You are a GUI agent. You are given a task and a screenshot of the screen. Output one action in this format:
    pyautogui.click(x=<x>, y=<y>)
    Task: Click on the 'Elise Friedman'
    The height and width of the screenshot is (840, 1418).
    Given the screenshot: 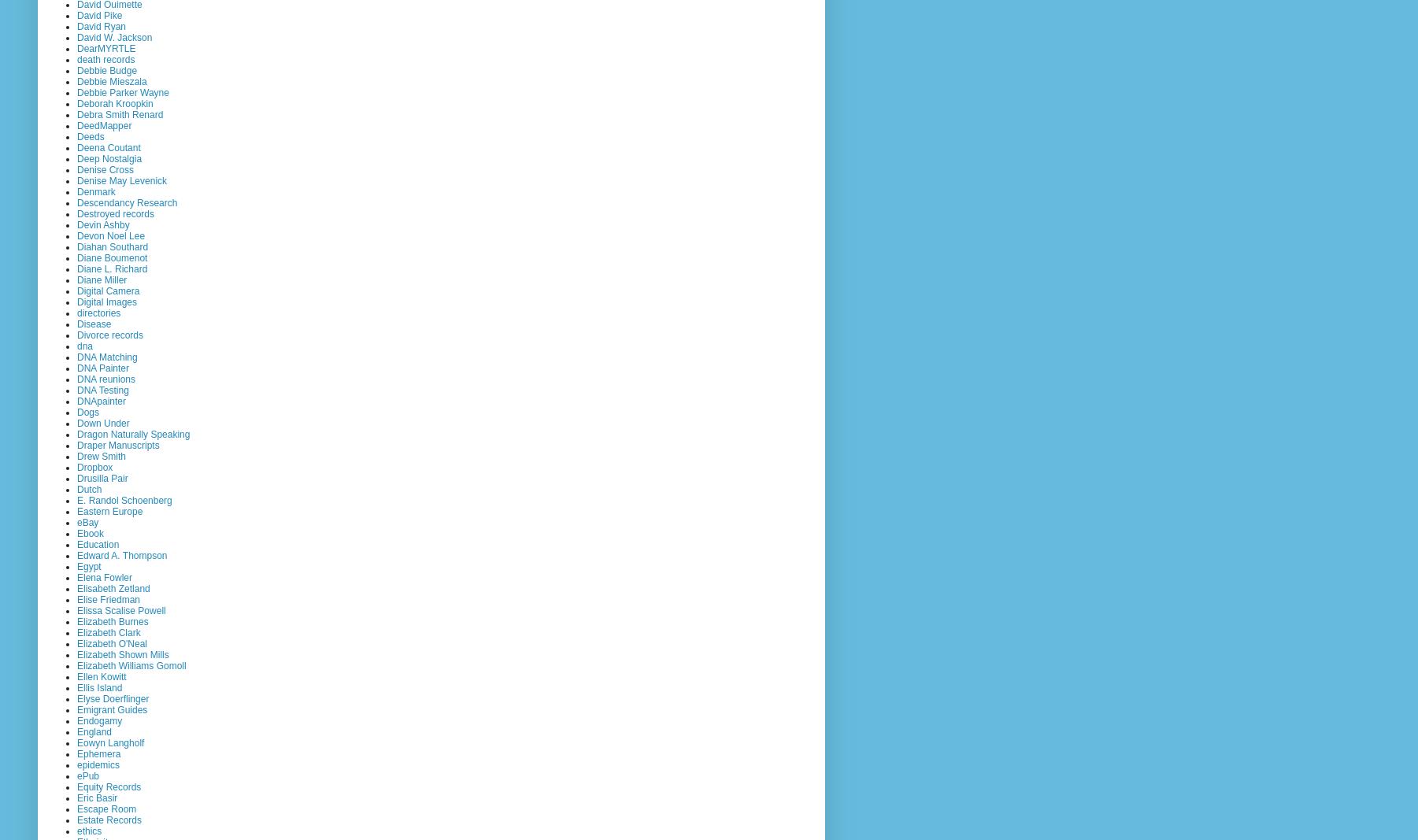 What is the action you would take?
    pyautogui.click(x=108, y=598)
    